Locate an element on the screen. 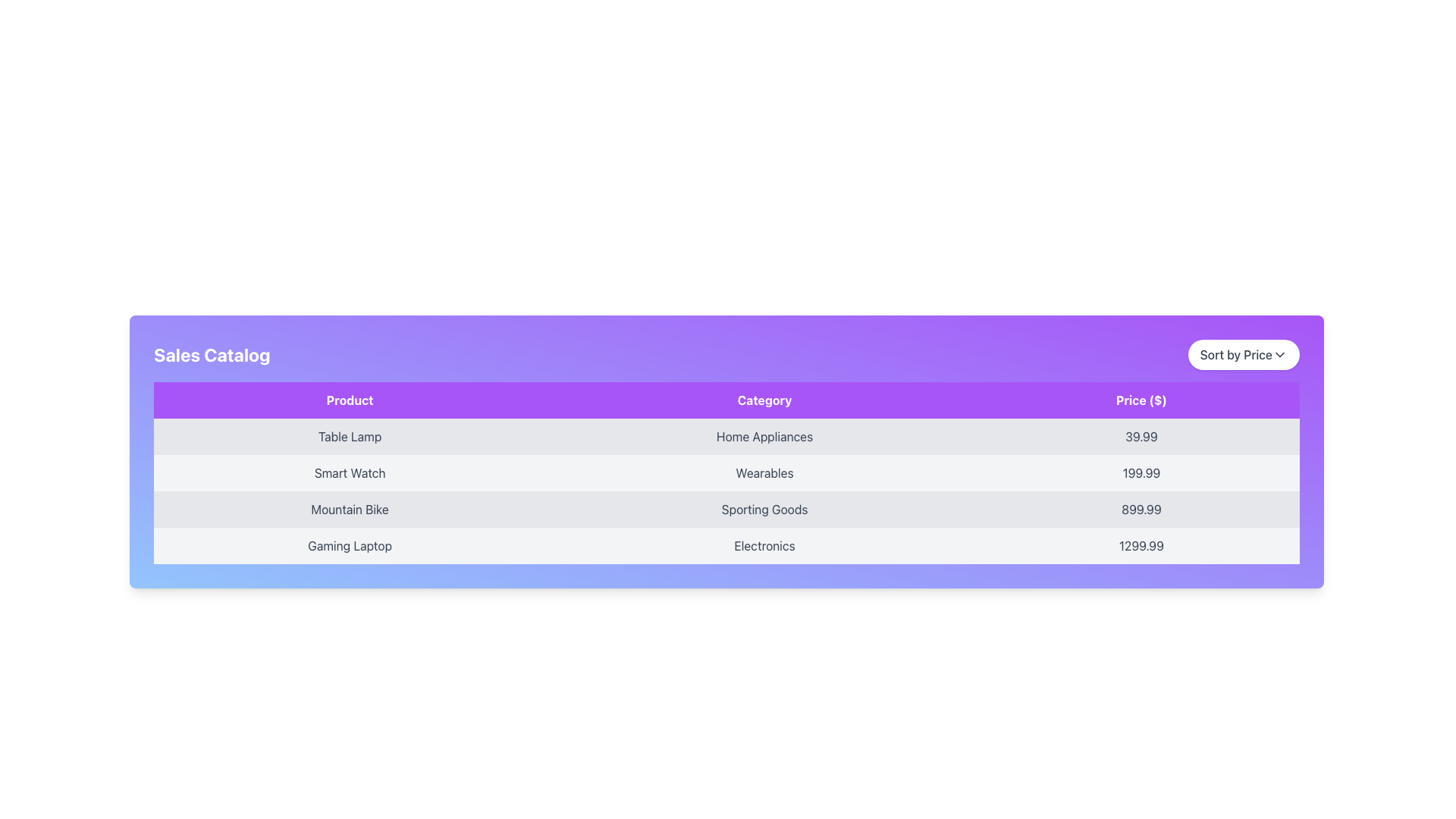 The width and height of the screenshot is (1456, 819). the downward-facing chevron icon located to the right of the 'Sort by Price' text is located at coordinates (1279, 354).